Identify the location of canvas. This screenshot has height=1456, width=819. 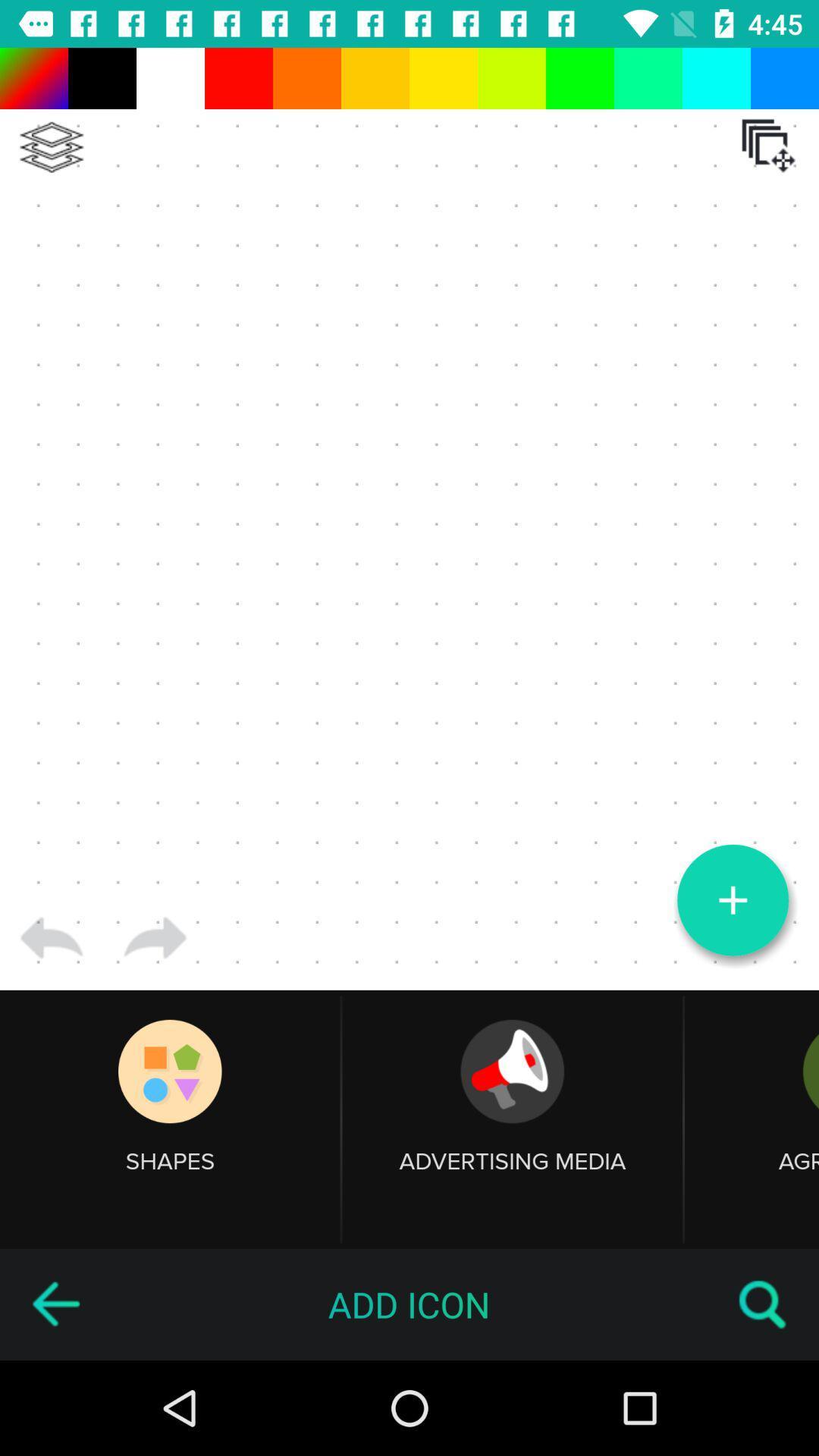
(409, 519).